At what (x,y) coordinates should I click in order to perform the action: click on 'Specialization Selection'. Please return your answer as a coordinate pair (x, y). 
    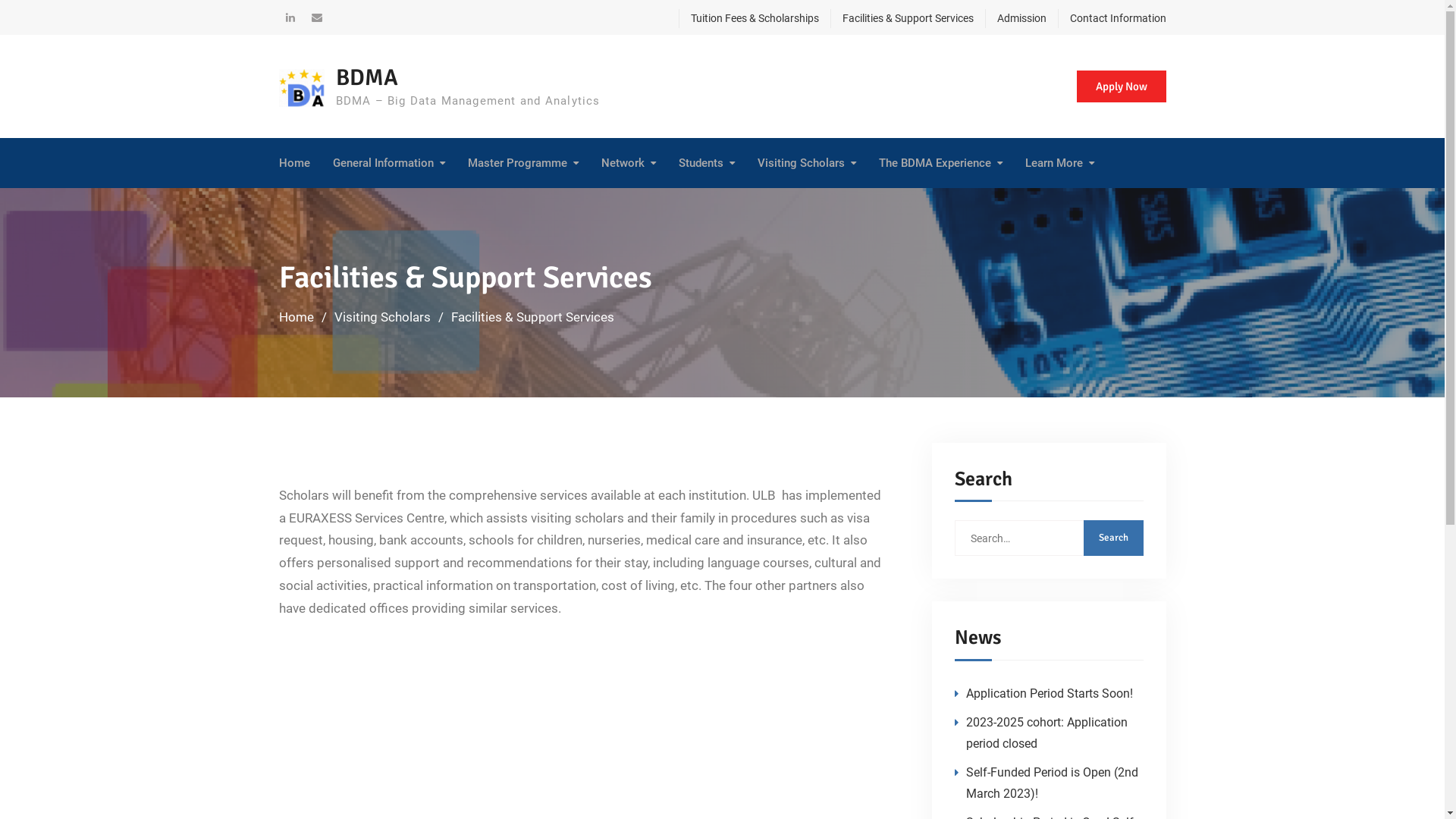
    Looking at the image, I should click on (541, 202).